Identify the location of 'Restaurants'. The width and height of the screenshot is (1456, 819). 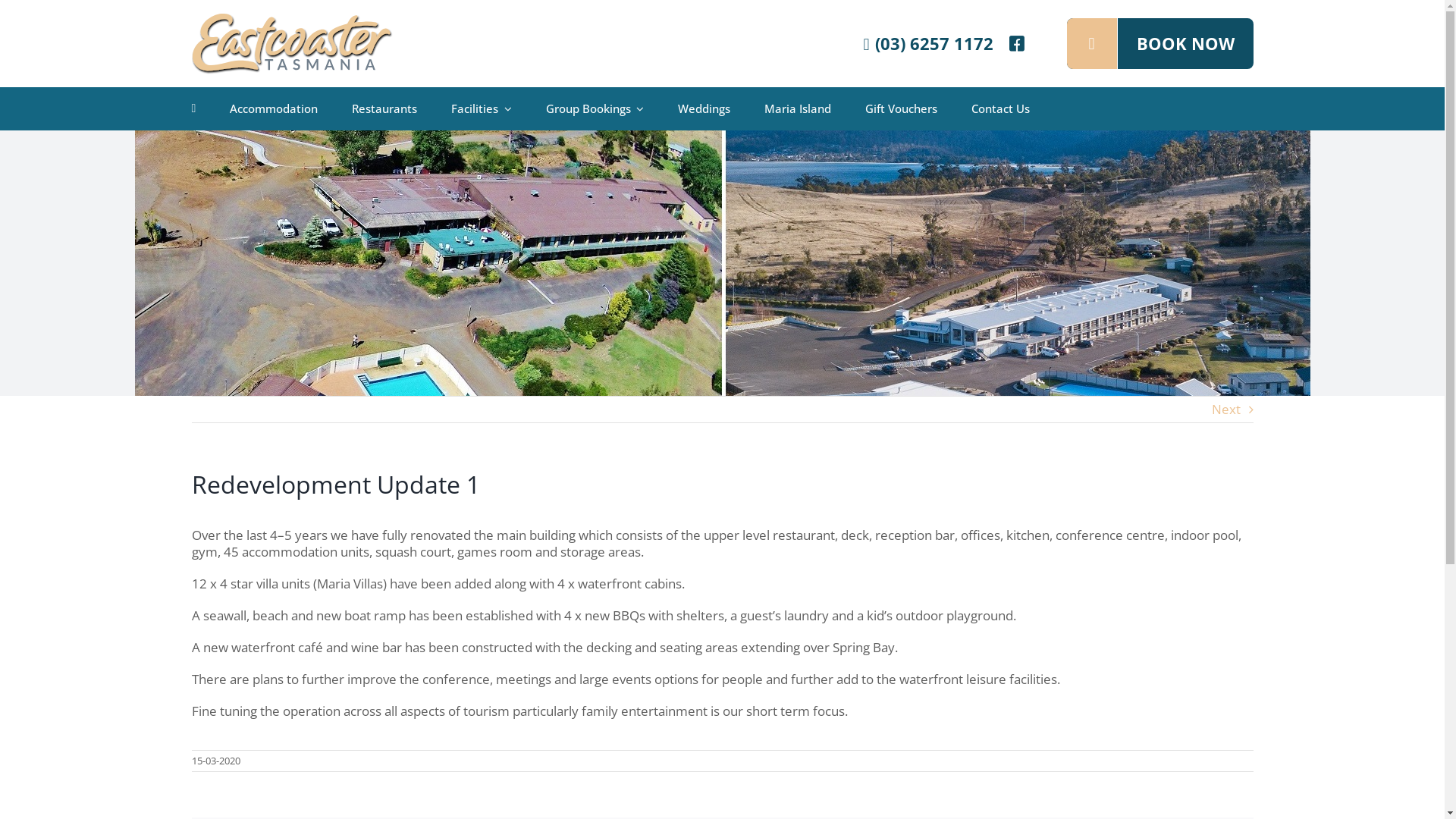
(384, 108).